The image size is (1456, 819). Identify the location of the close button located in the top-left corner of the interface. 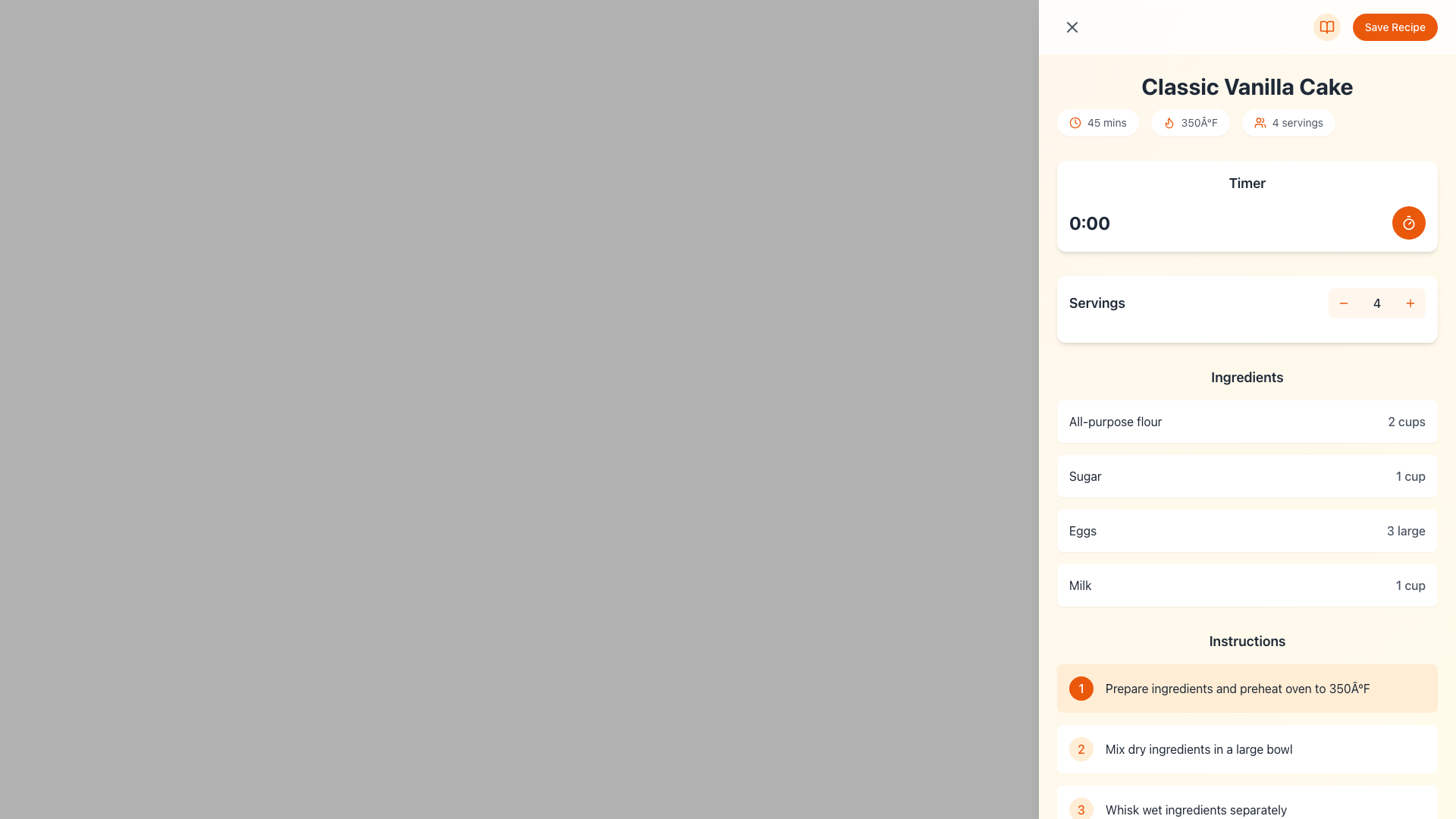
(1072, 27).